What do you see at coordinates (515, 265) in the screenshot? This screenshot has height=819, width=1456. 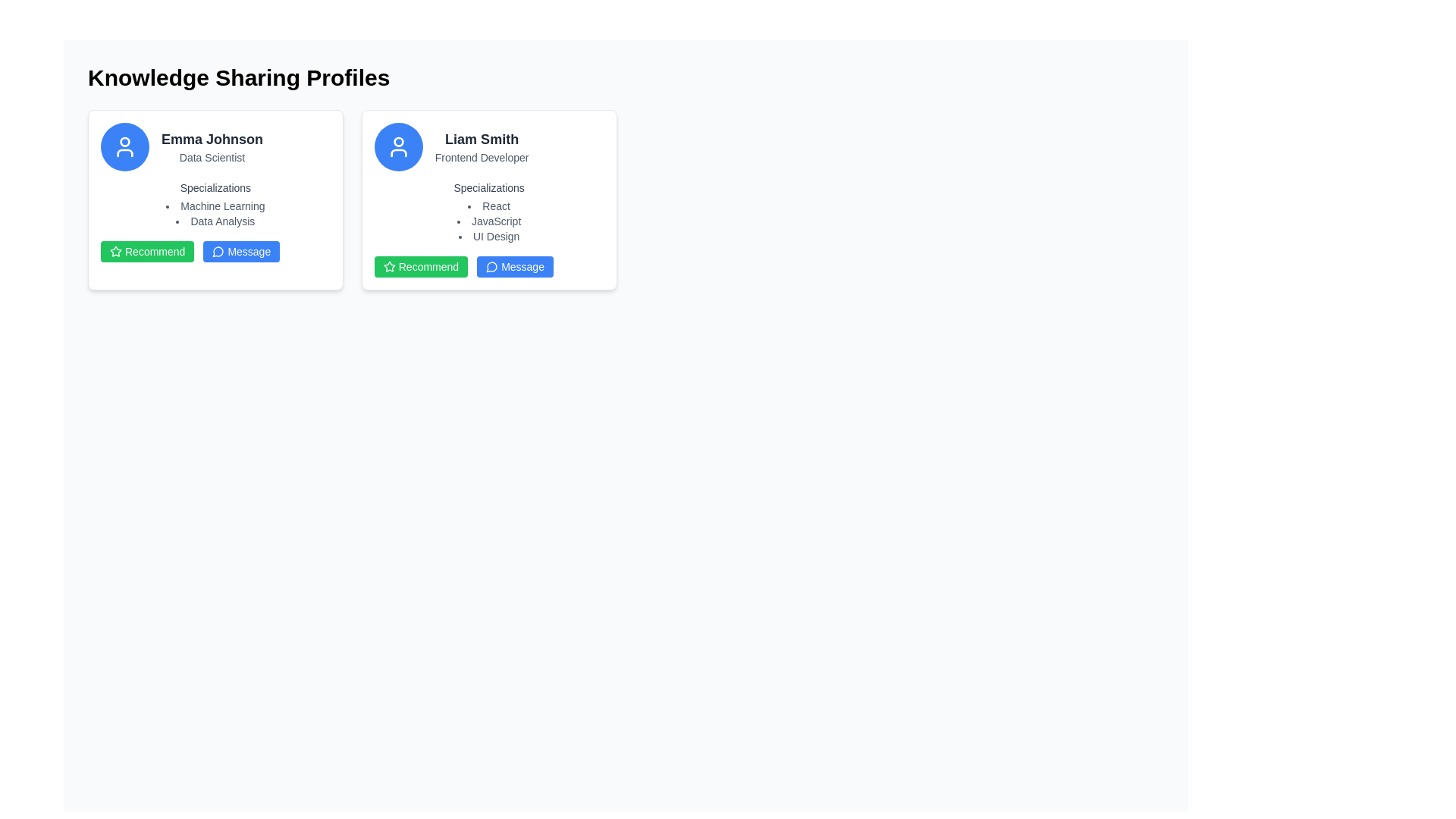 I see `the button located in the bottom-right corner of the 'Liam Smith' profile card` at bounding box center [515, 265].